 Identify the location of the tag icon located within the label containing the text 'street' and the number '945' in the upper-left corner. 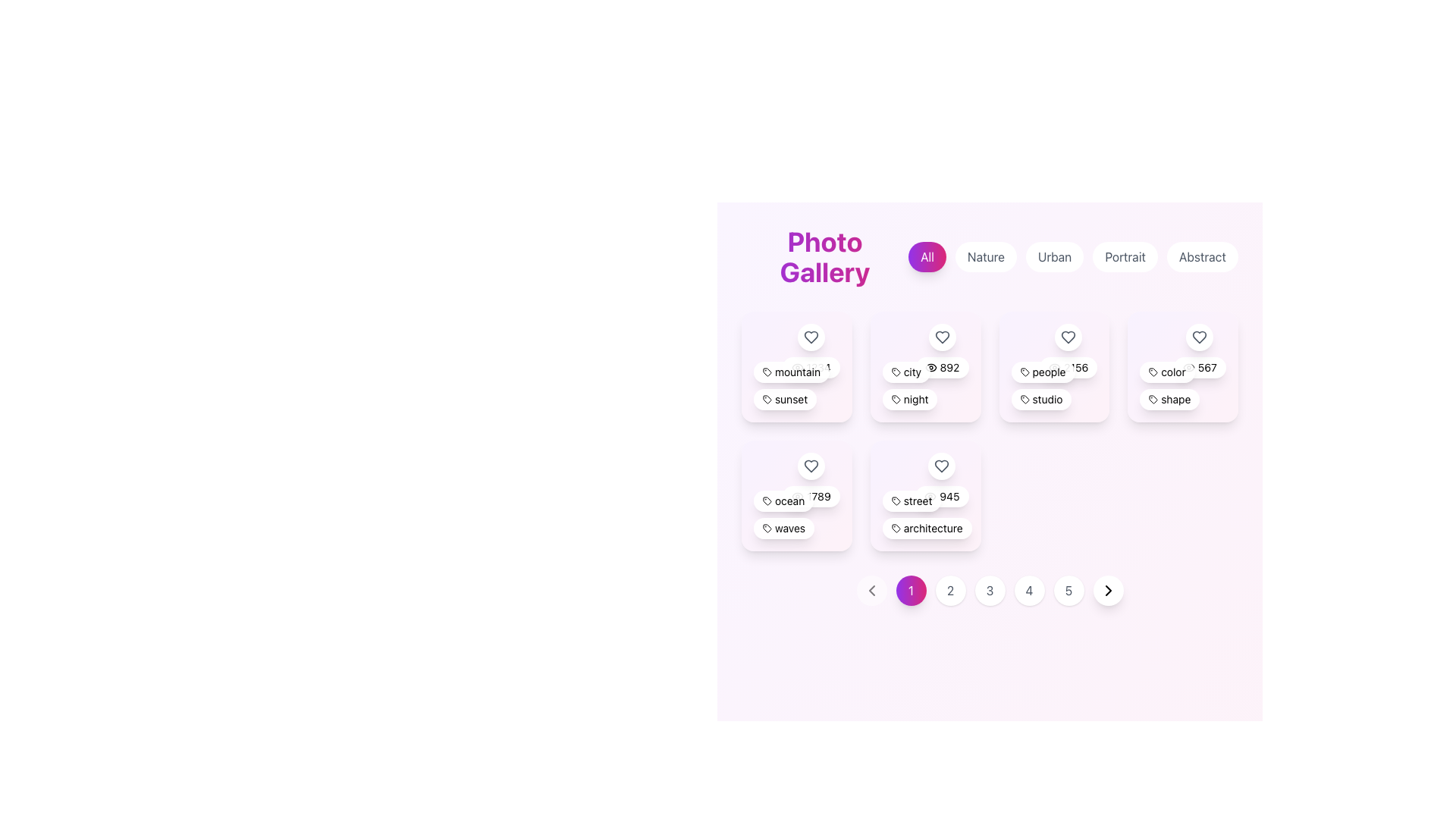
(896, 500).